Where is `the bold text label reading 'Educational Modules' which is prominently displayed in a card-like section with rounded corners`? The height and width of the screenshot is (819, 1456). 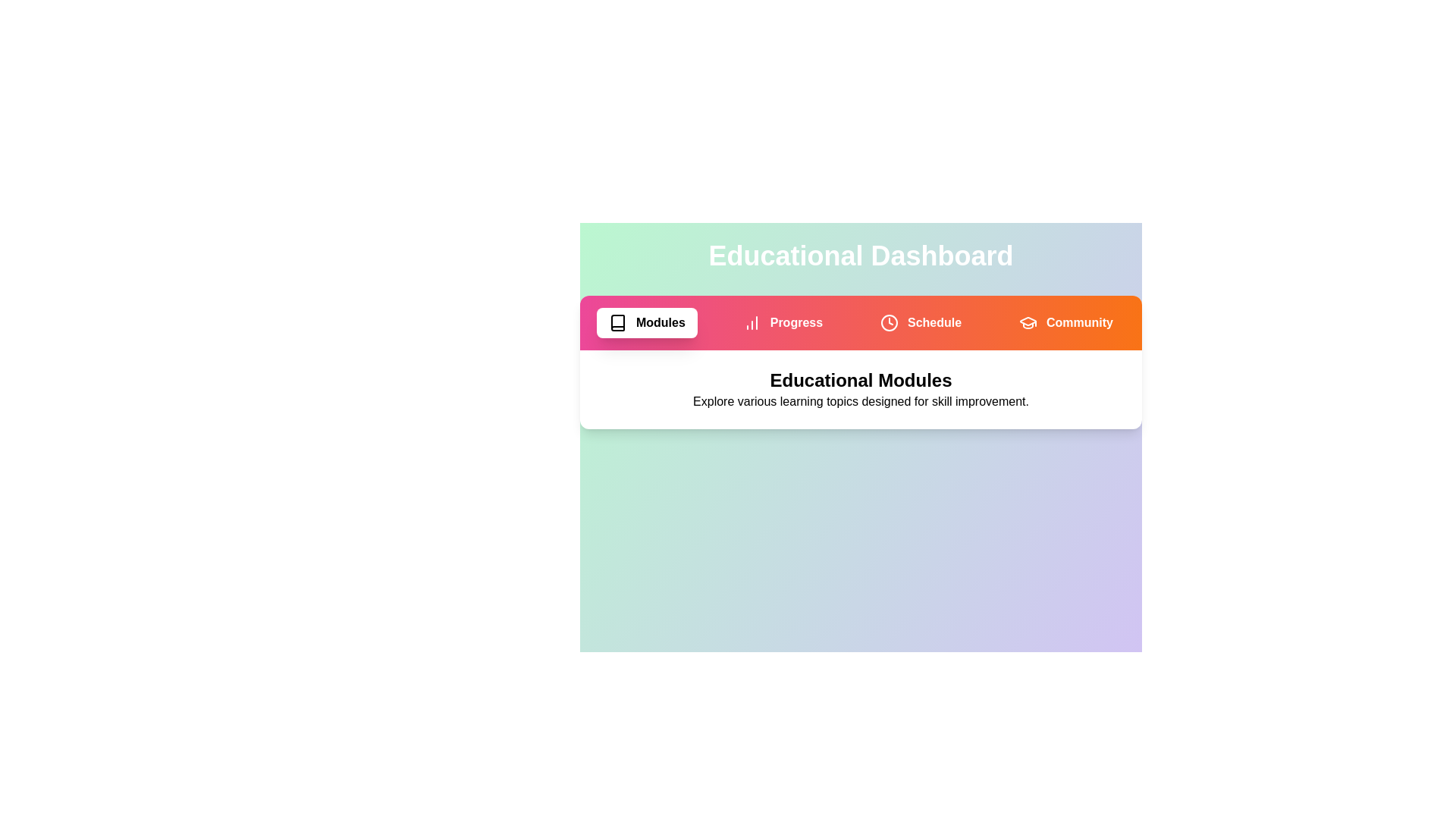 the bold text label reading 'Educational Modules' which is prominently displayed in a card-like section with rounded corners is located at coordinates (861, 379).